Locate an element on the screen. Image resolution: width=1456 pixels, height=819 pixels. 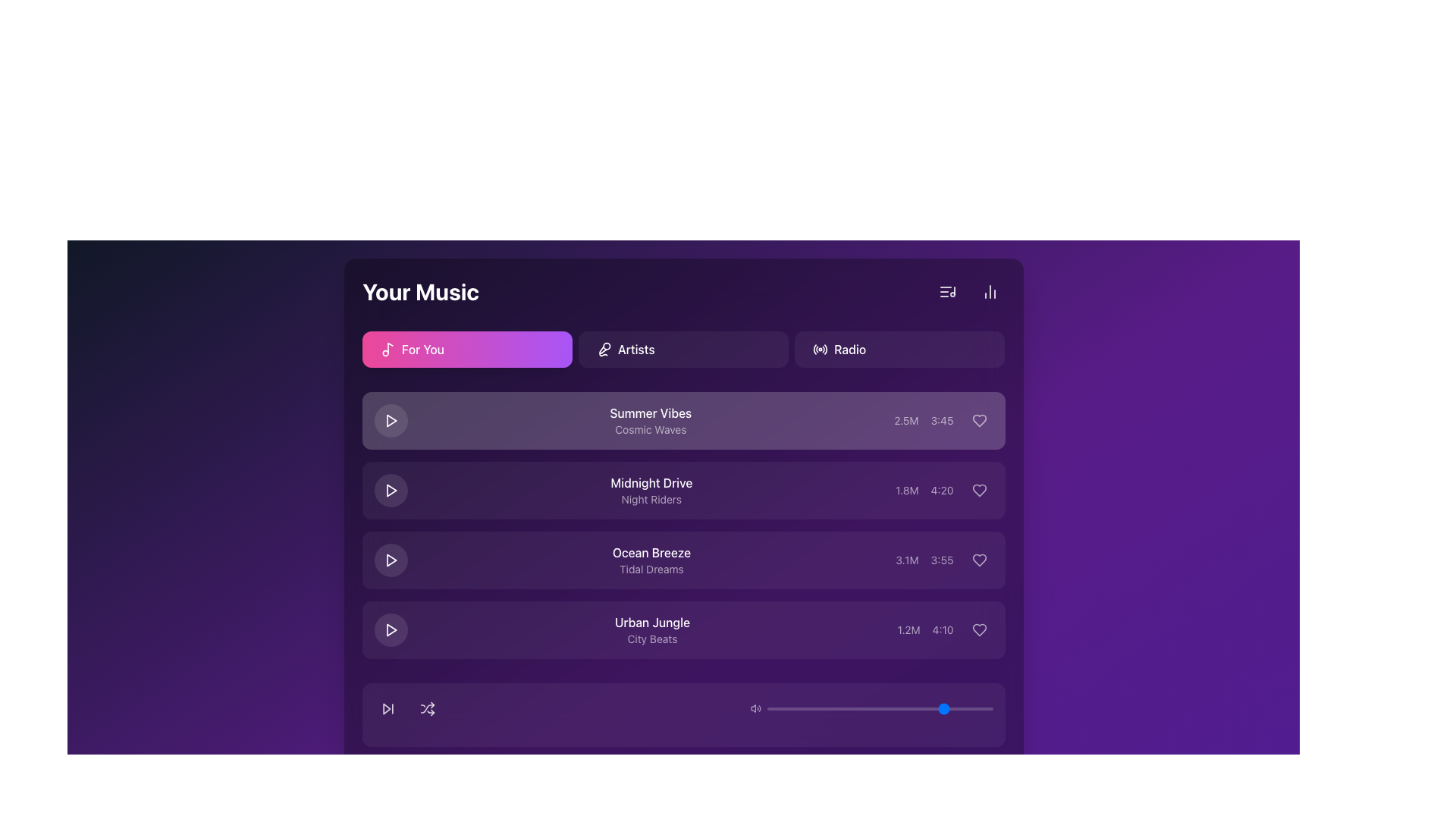
the 'Artists' navigation button, which is the middle button in a group of three at the top section of the interface is located at coordinates (682, 350).